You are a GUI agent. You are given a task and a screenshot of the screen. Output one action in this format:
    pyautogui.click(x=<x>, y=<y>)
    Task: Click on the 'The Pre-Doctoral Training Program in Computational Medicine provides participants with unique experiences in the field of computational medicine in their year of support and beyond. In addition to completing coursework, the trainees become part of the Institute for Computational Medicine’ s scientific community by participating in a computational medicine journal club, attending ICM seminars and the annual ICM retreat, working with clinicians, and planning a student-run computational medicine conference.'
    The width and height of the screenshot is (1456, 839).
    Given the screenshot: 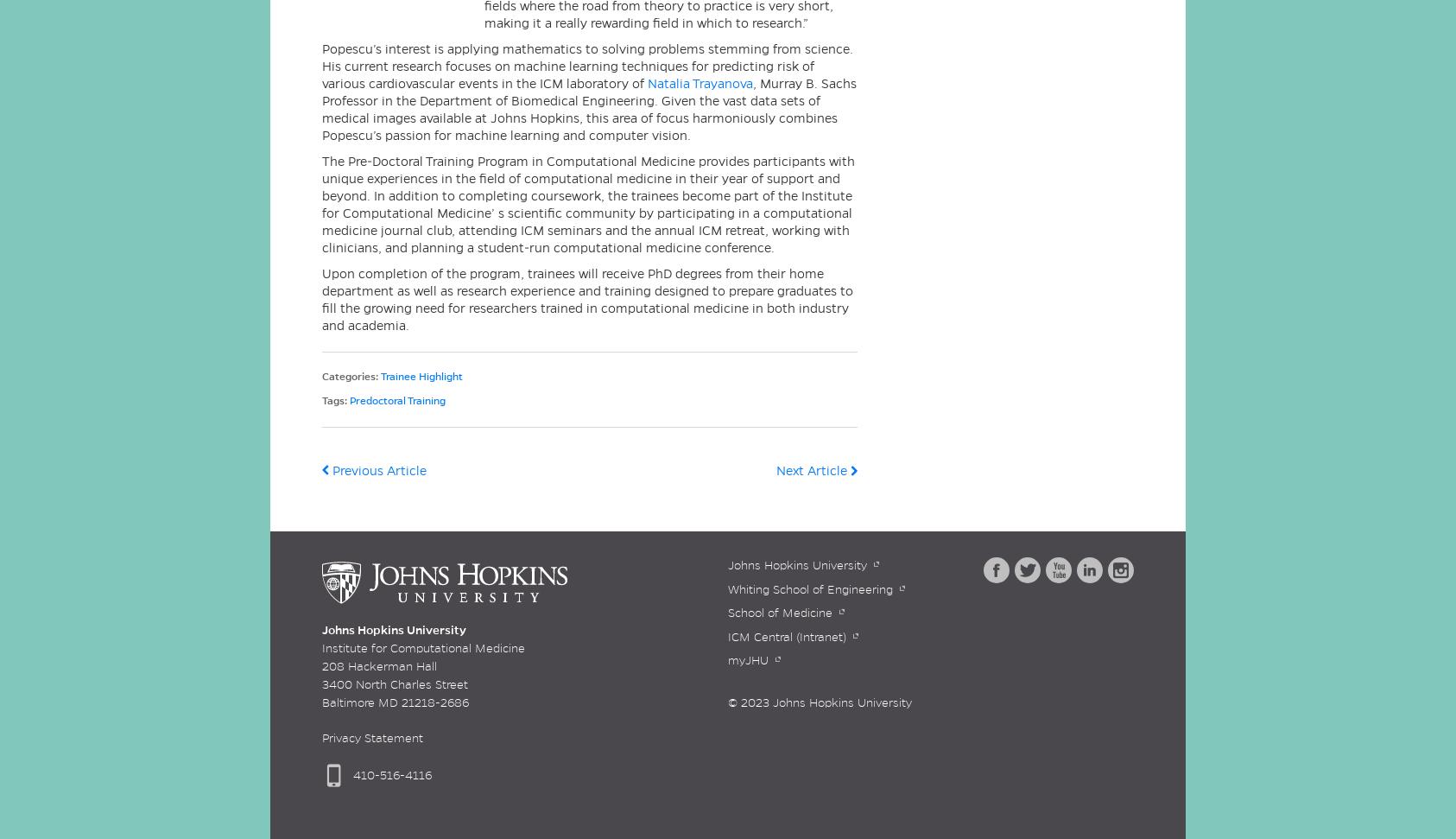 What is the action you would take?
    pyautogui.click(x=320, y=203)
    